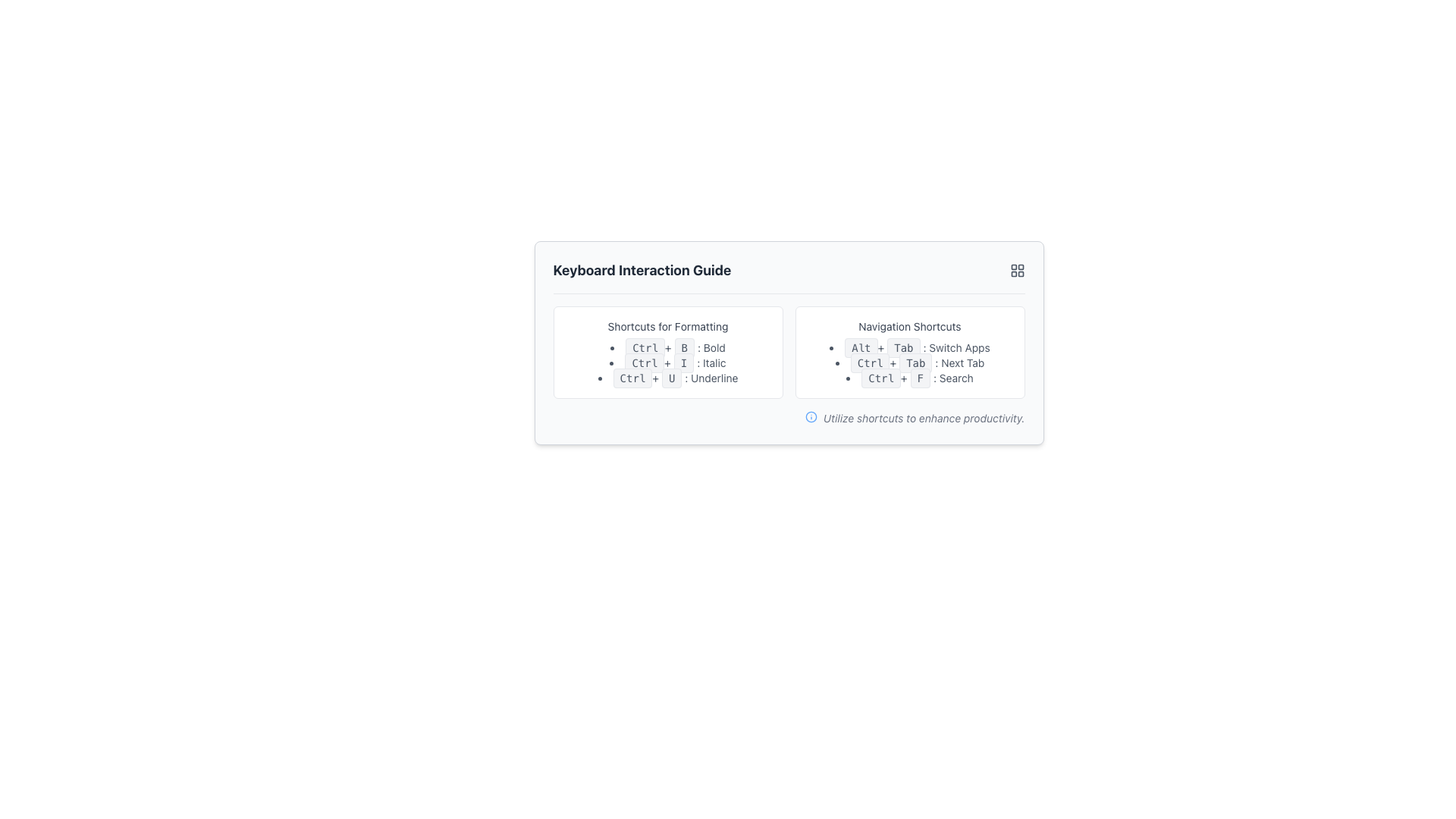 This screenshot has height=819, width=1456. I want to click on the 'U' button representing the underline keyboard shortcut in the 'Keyboard Interaction Guide' section, specifically under 'Shortcuts for Formatting', so click(671, 377).